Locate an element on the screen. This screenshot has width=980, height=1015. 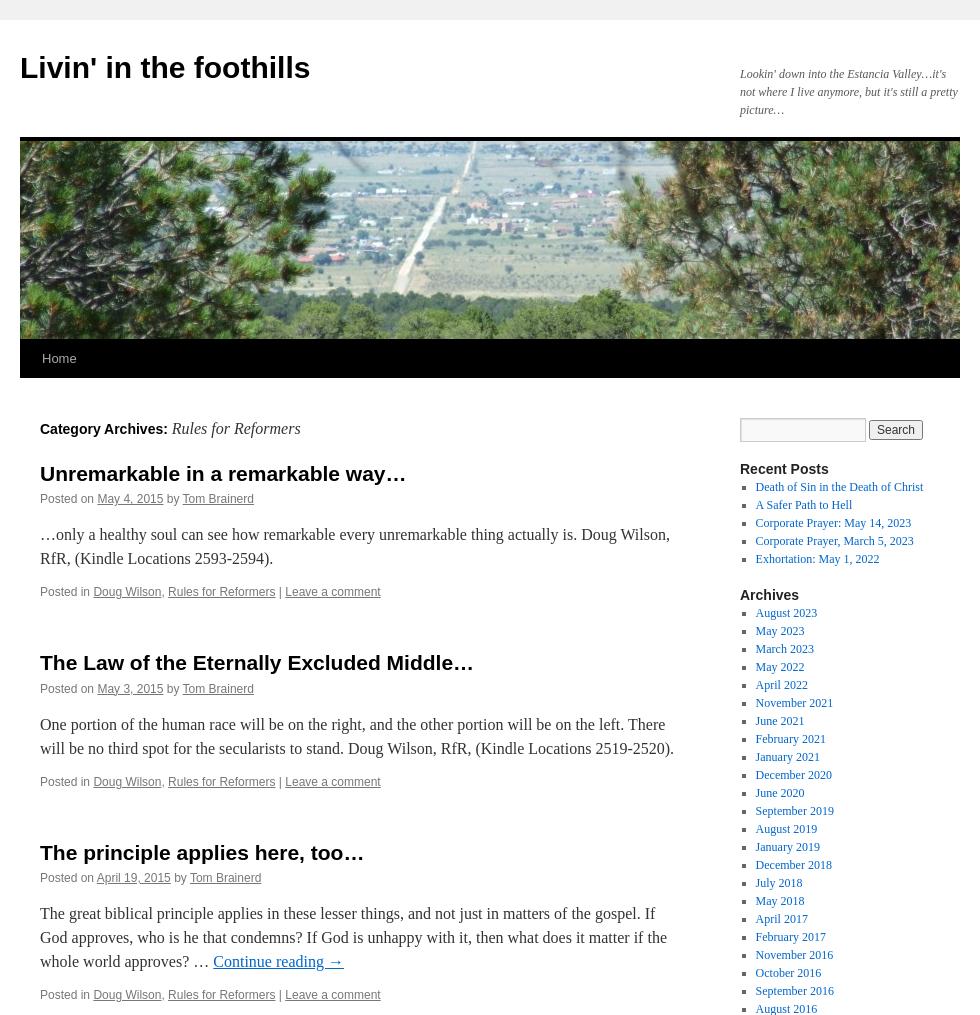
'May 4, 2015' is located at coordinates (130, 497).